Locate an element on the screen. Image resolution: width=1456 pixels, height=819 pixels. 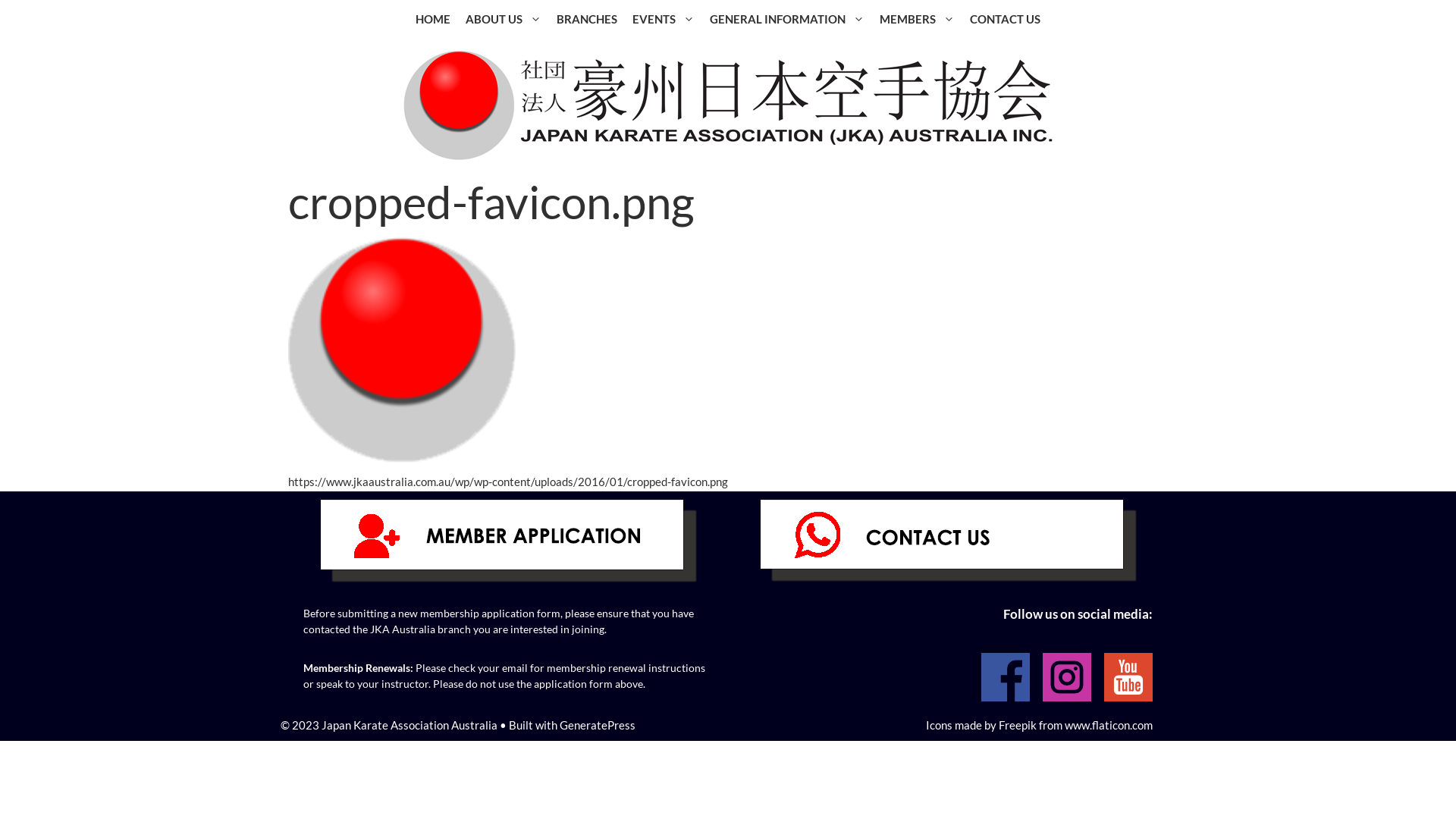
'HOME' is located at coordinates (407, 18).